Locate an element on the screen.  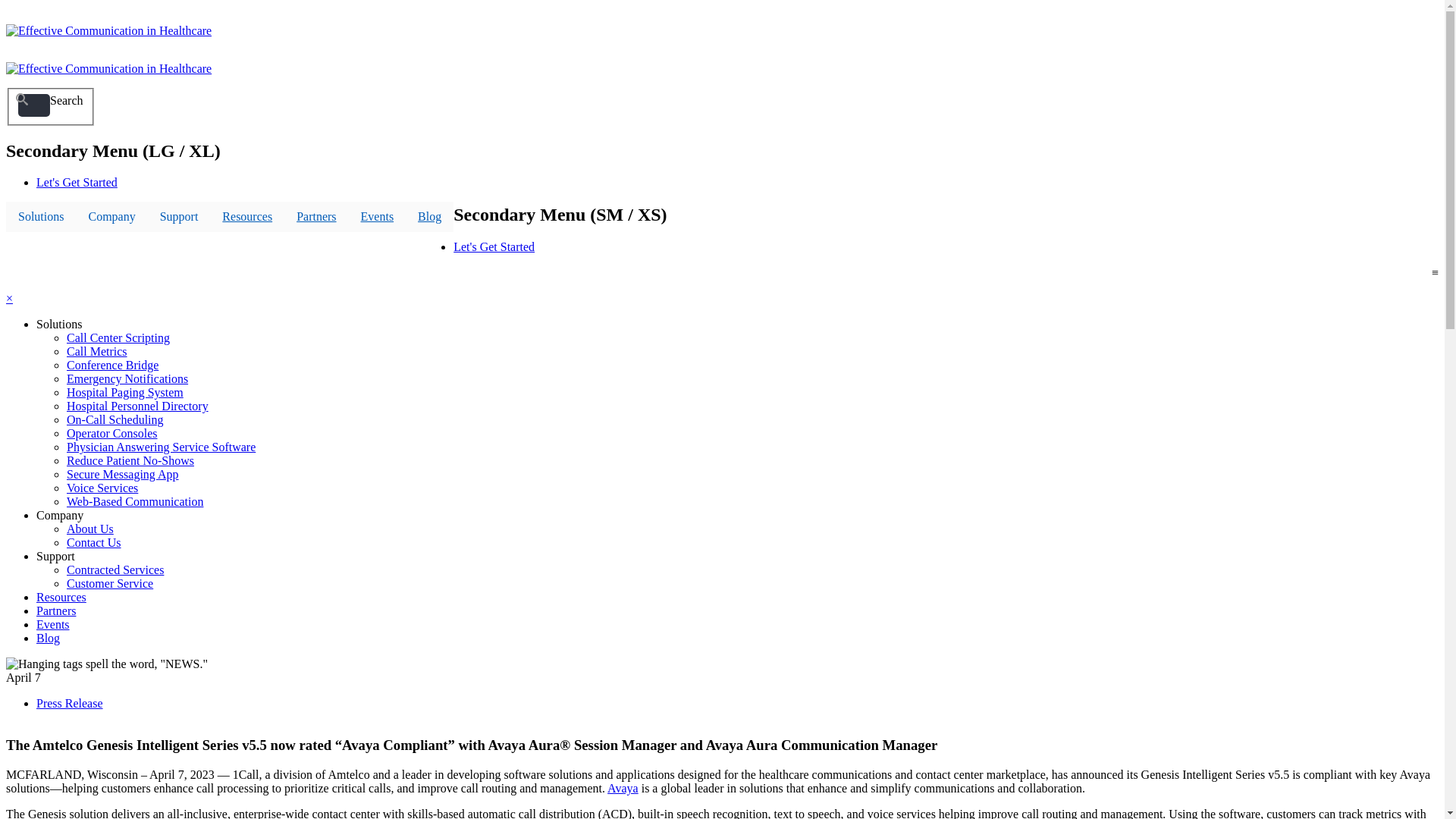
'Enter the terms you wish to search for.' is located at coordinates (33, 104).